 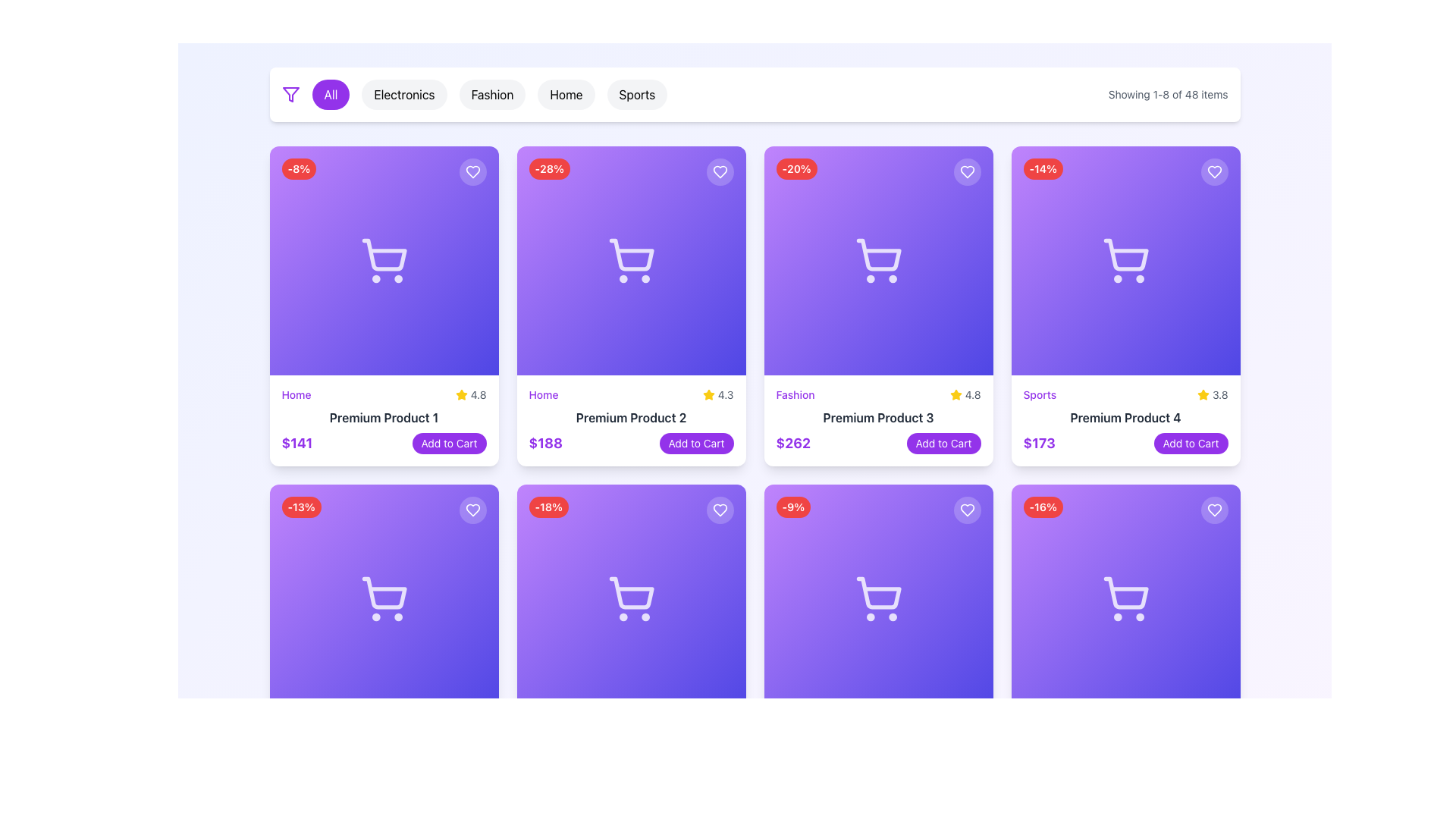 I want to click on the 'Fashion' category button, which is the third button in a horizontal row of category selectors, featuring a rounded rectangular shape with a light gray background and centered black text, so click(x=492, y=94).